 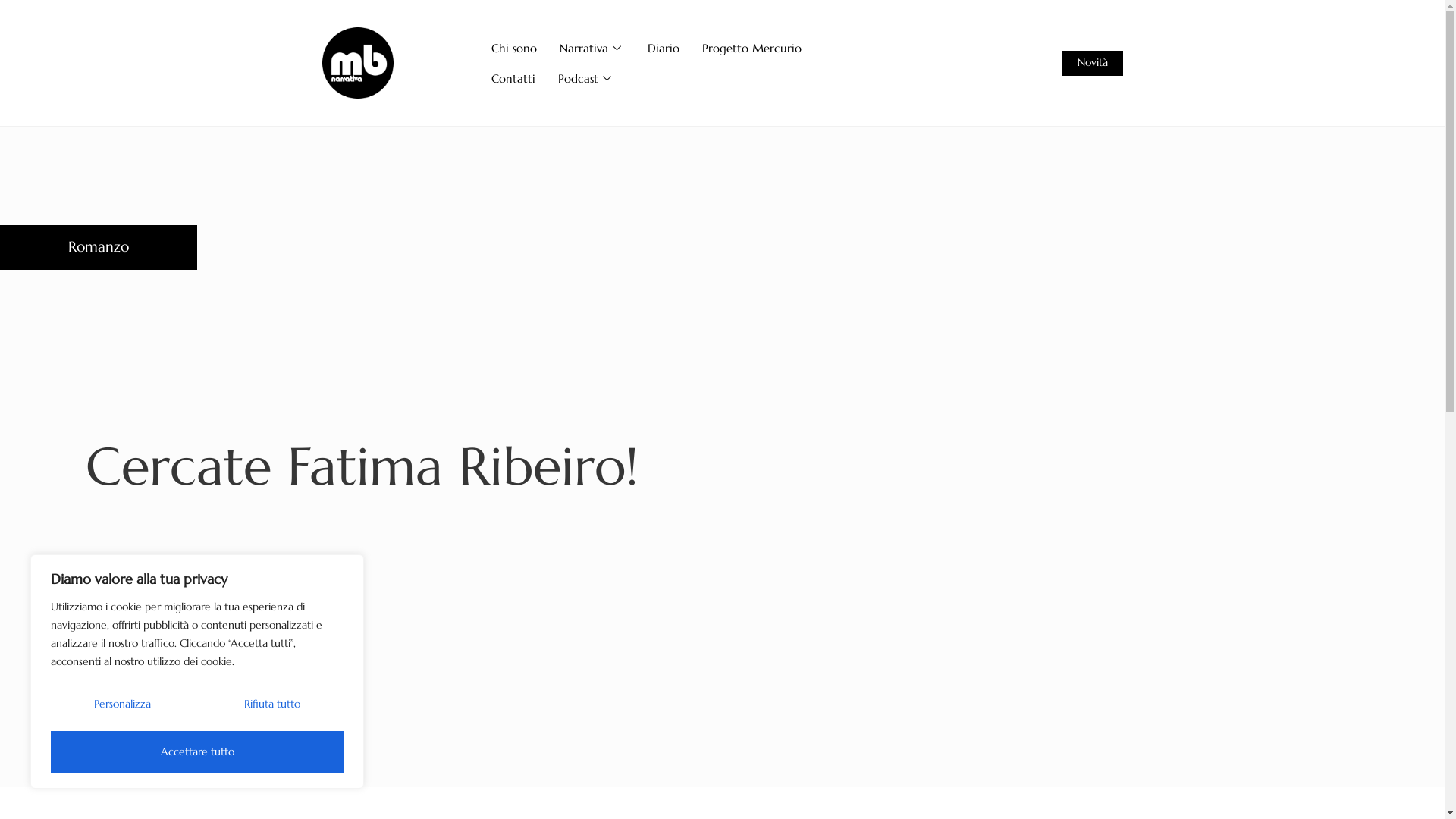 What do you see at coordinates (513, 46) in the screenshot?
I see `'Chi sono'` at bounding box center [513, 46].